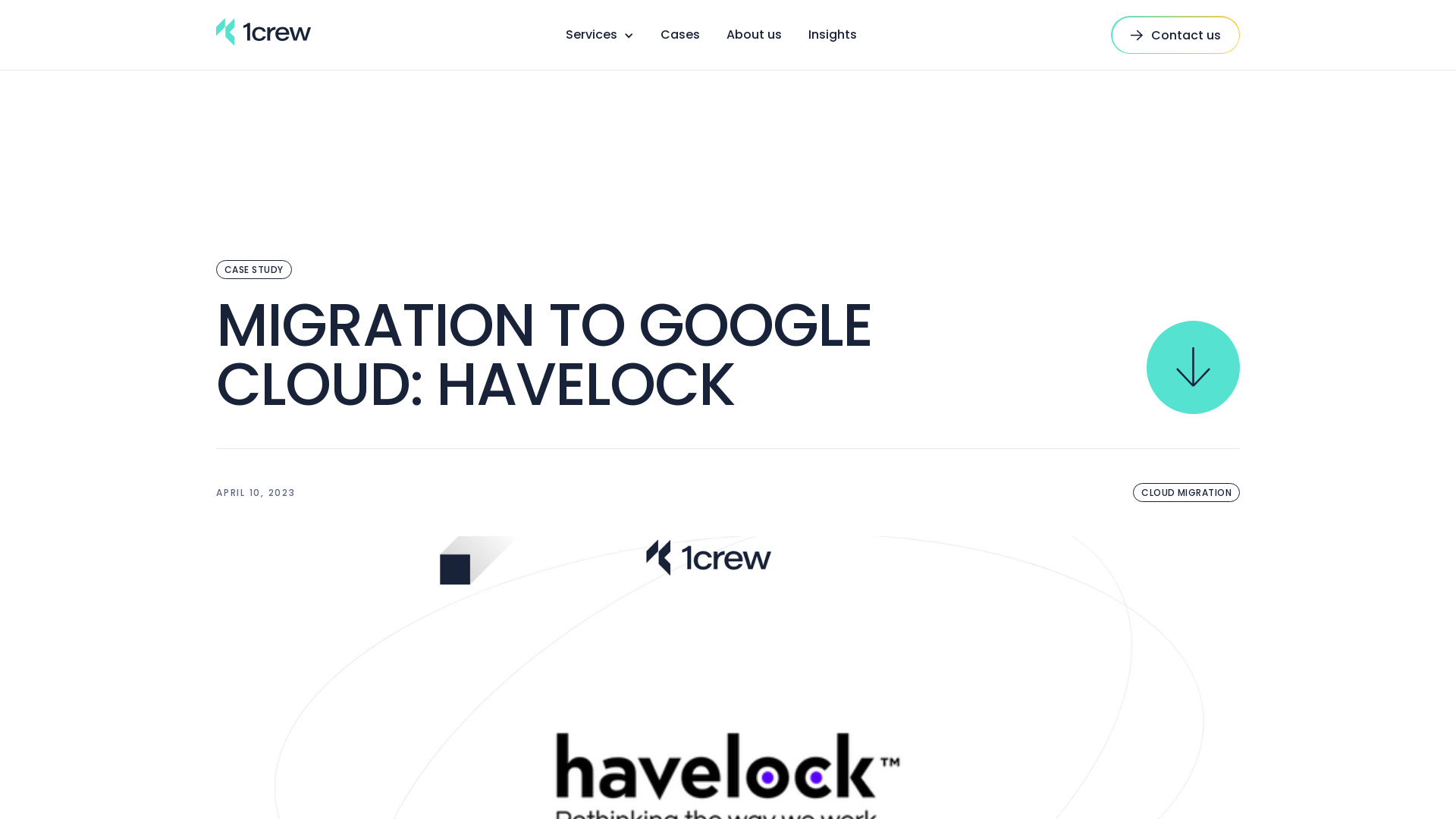 This screenshot has height=819, width=1456. Describe the element at coordinates (1175, 34) in the screenshot. I see `'Contact us'` at that location.